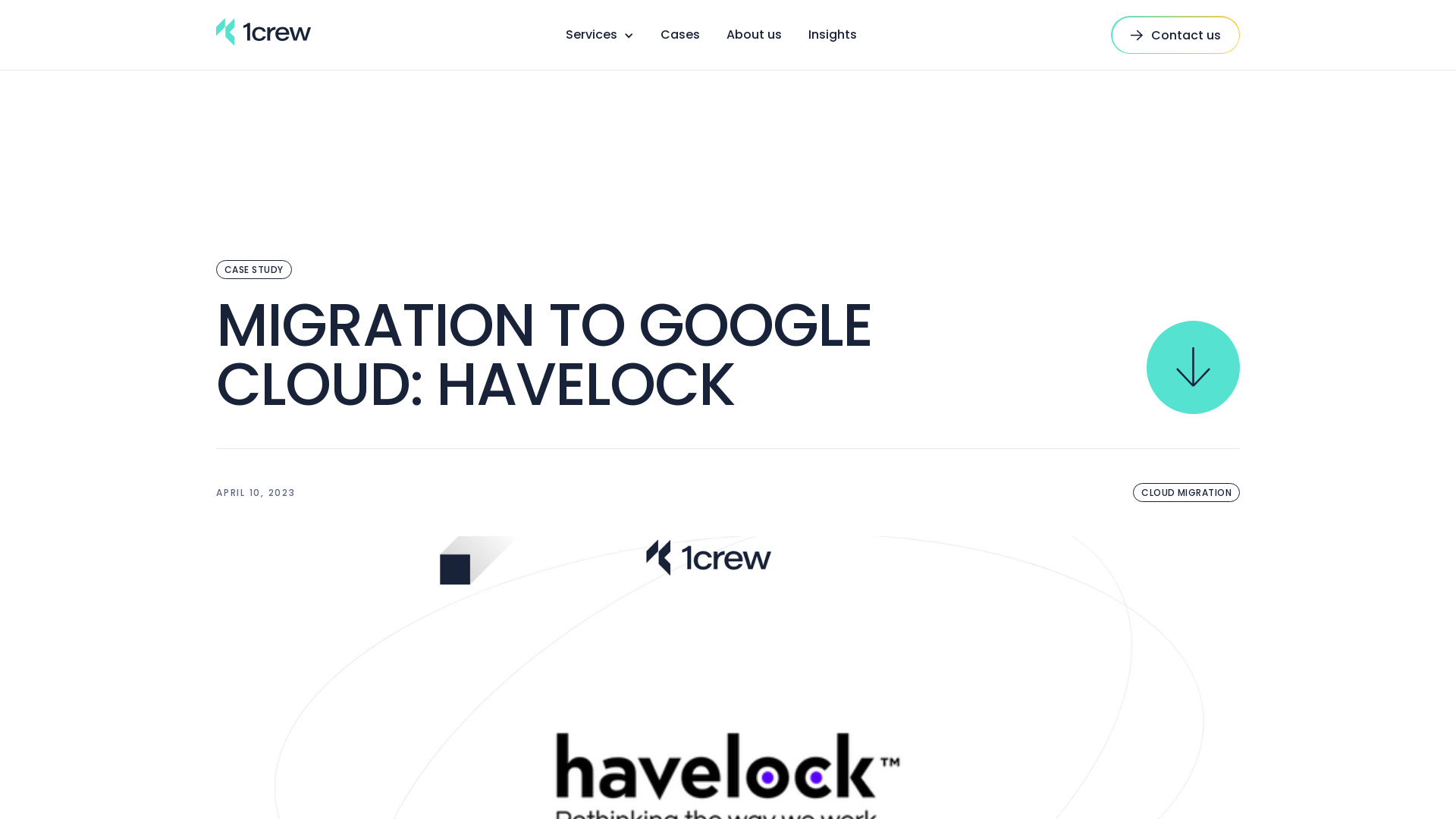 This screenshot has height=819, width=1456. Describe the element at coordinates (1175, 34) in the screenshot. I see `'Contact us'` at that location.